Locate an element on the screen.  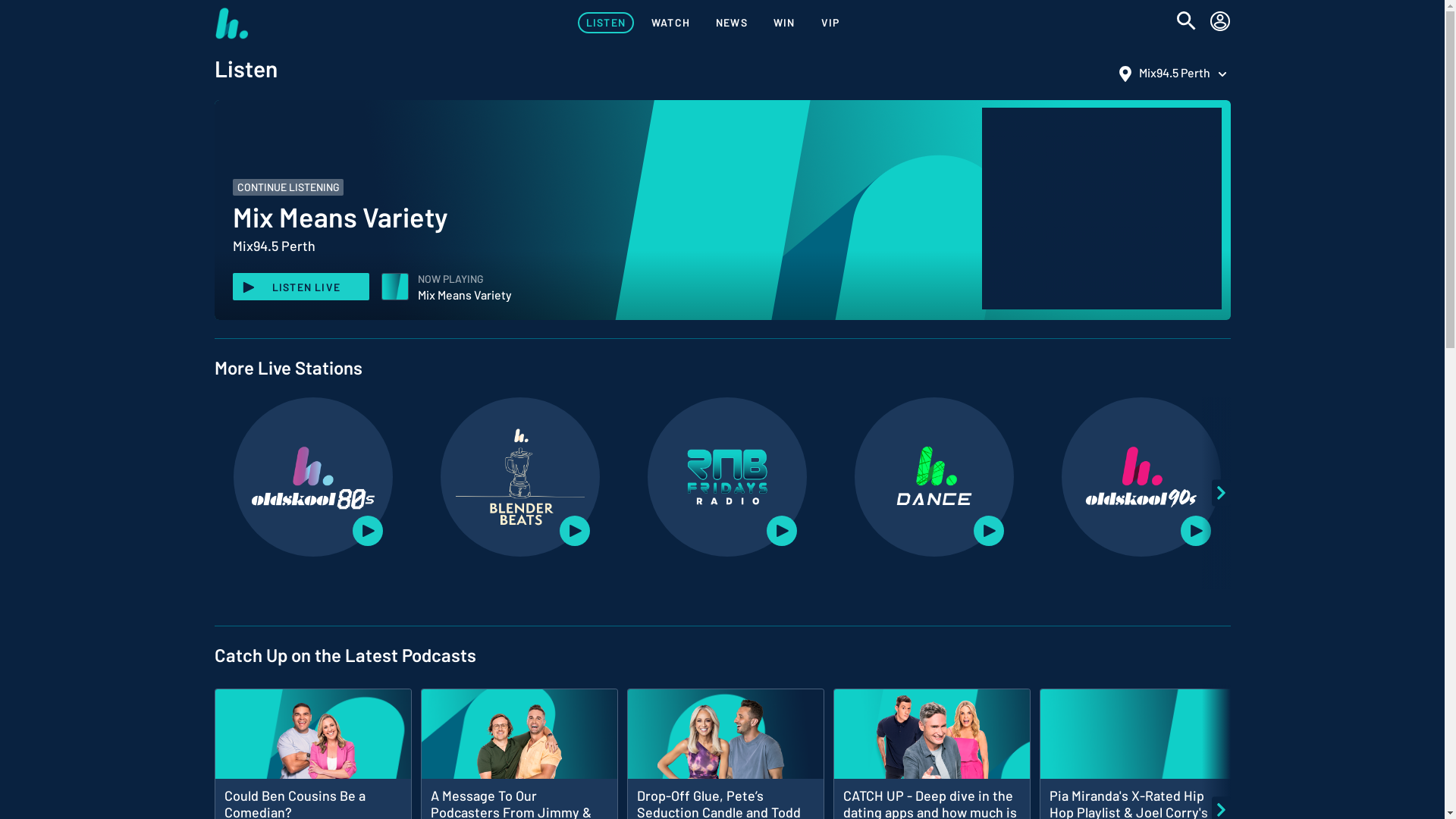
'WATCH' is located at coordinates (670, 23).